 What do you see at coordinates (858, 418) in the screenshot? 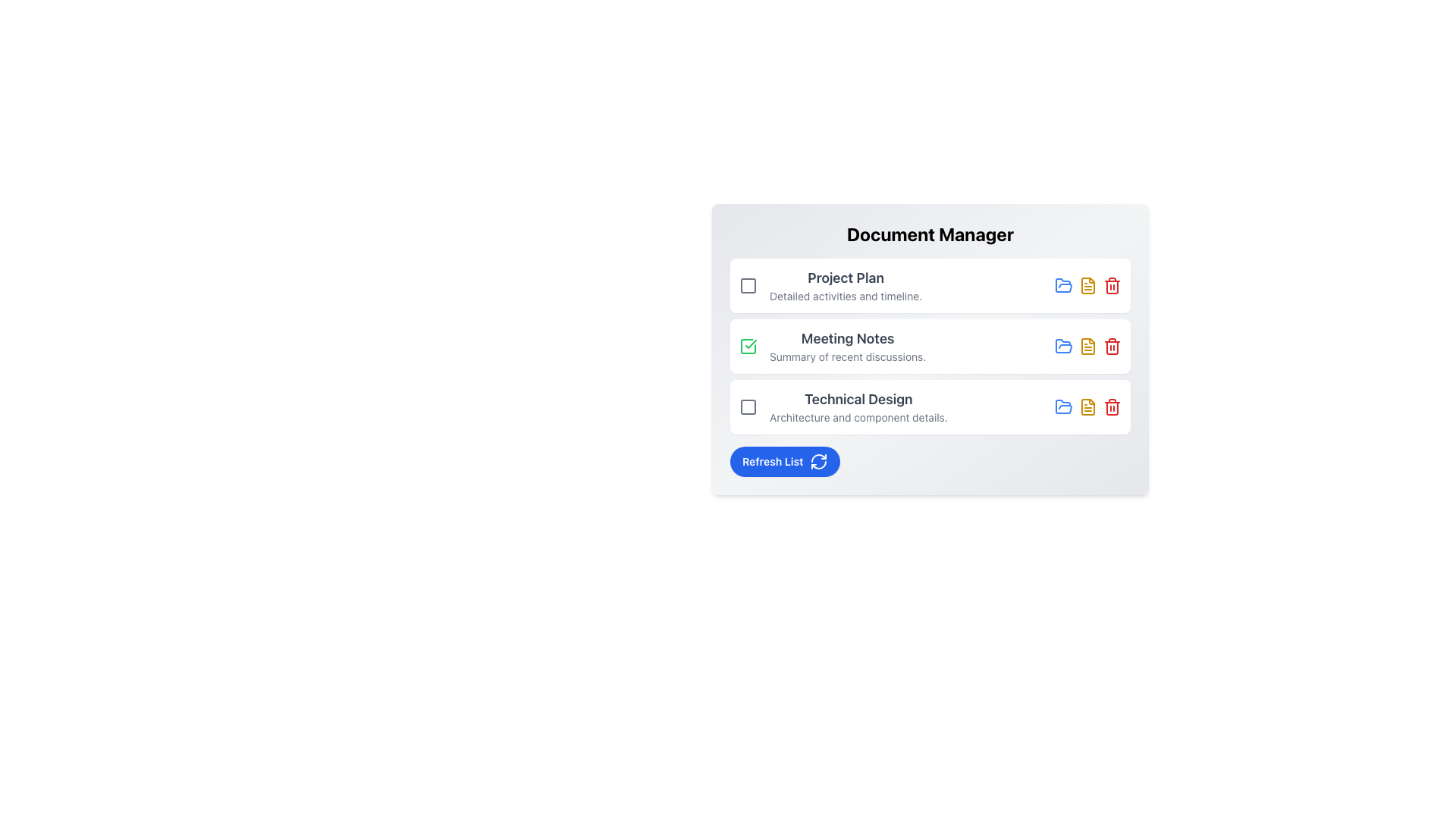
I see `the text label displaying 'Architecture and component details.' which is styled with a small font size and gray color, positioned below the 'Technical Design' heading` at bounding box center [858, 418].